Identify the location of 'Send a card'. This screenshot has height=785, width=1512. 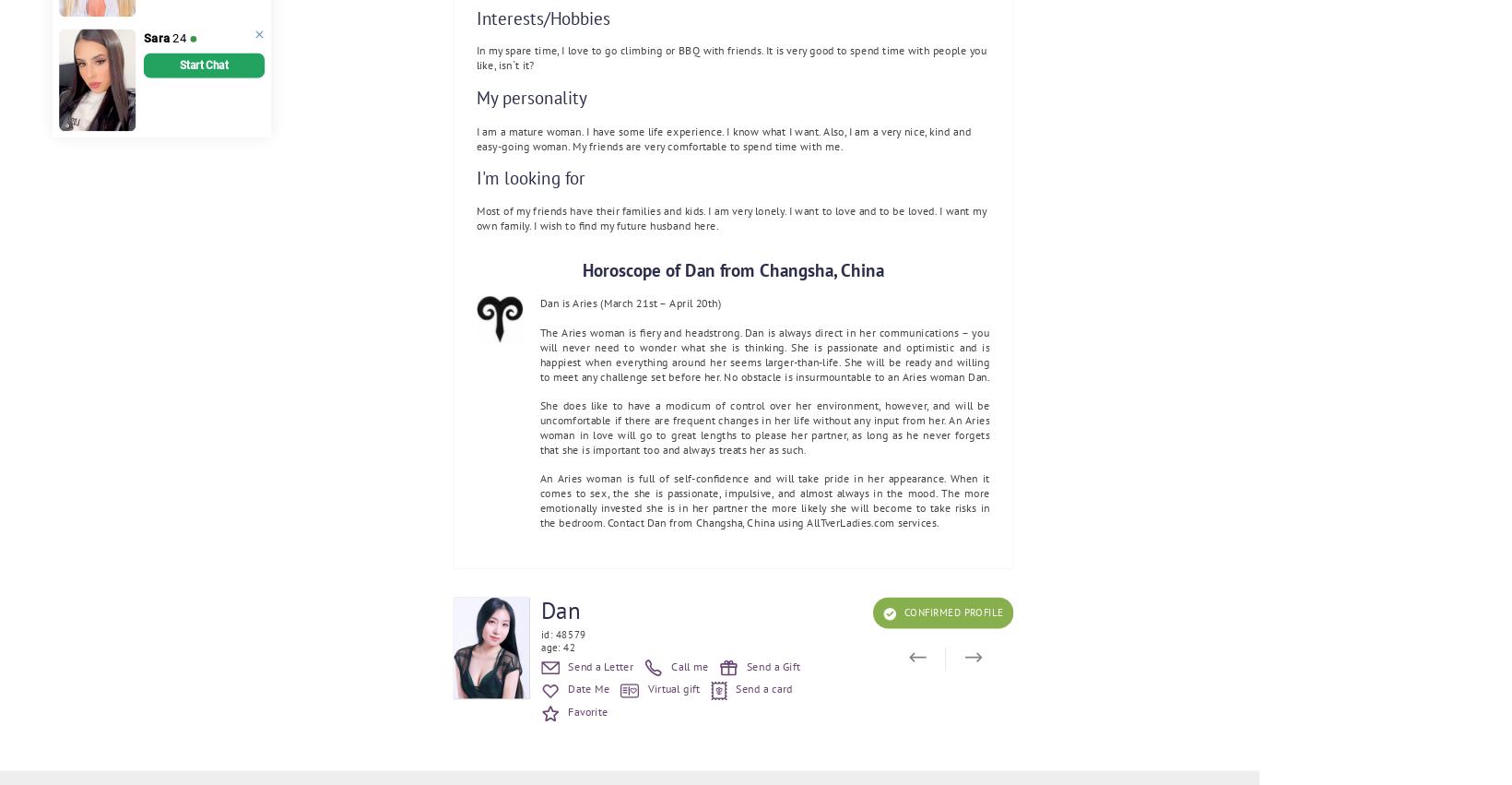
(762, 689).